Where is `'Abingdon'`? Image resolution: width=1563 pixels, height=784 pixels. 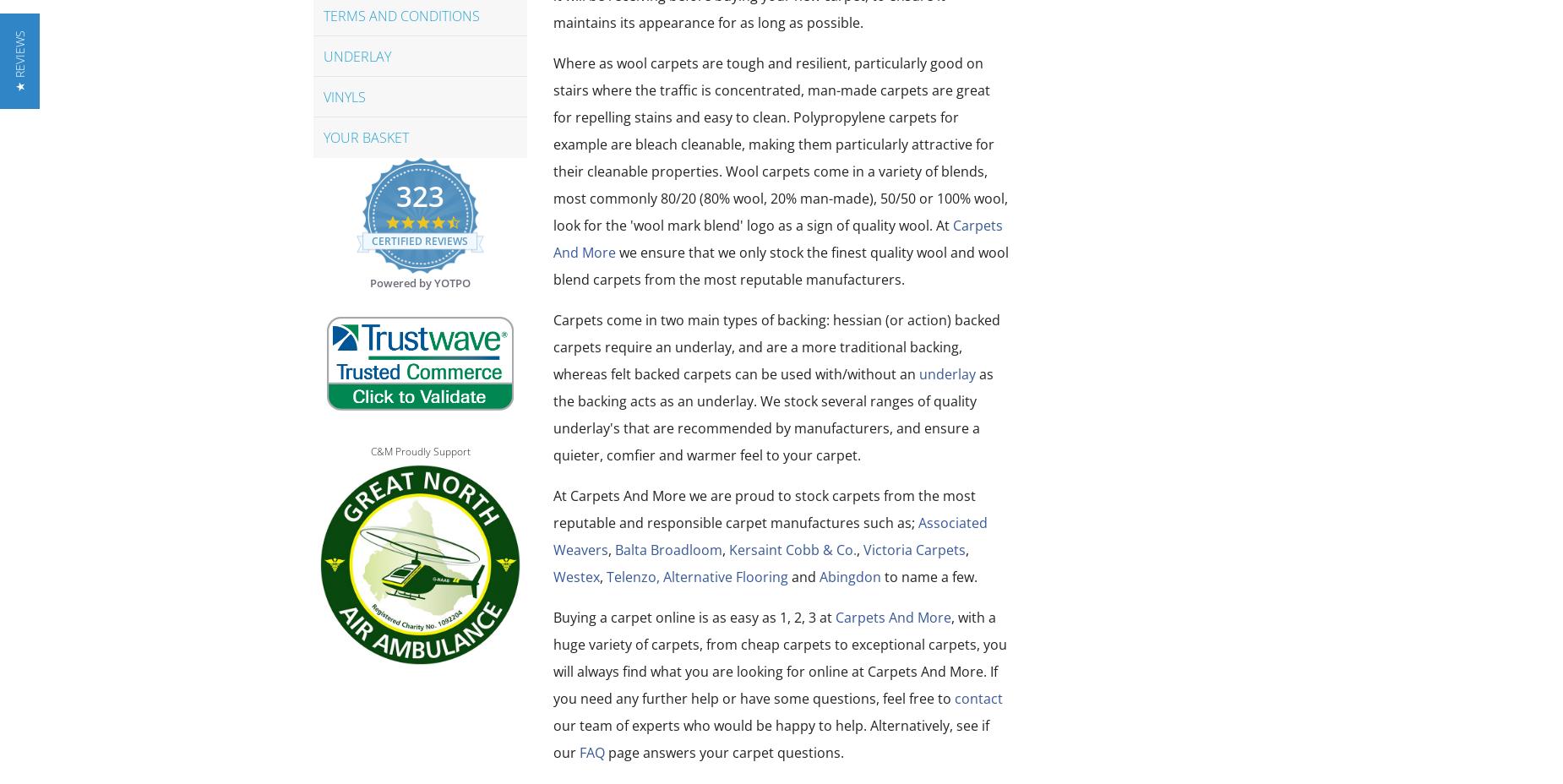
'Abingdon' is located at coordinates (818, 577).